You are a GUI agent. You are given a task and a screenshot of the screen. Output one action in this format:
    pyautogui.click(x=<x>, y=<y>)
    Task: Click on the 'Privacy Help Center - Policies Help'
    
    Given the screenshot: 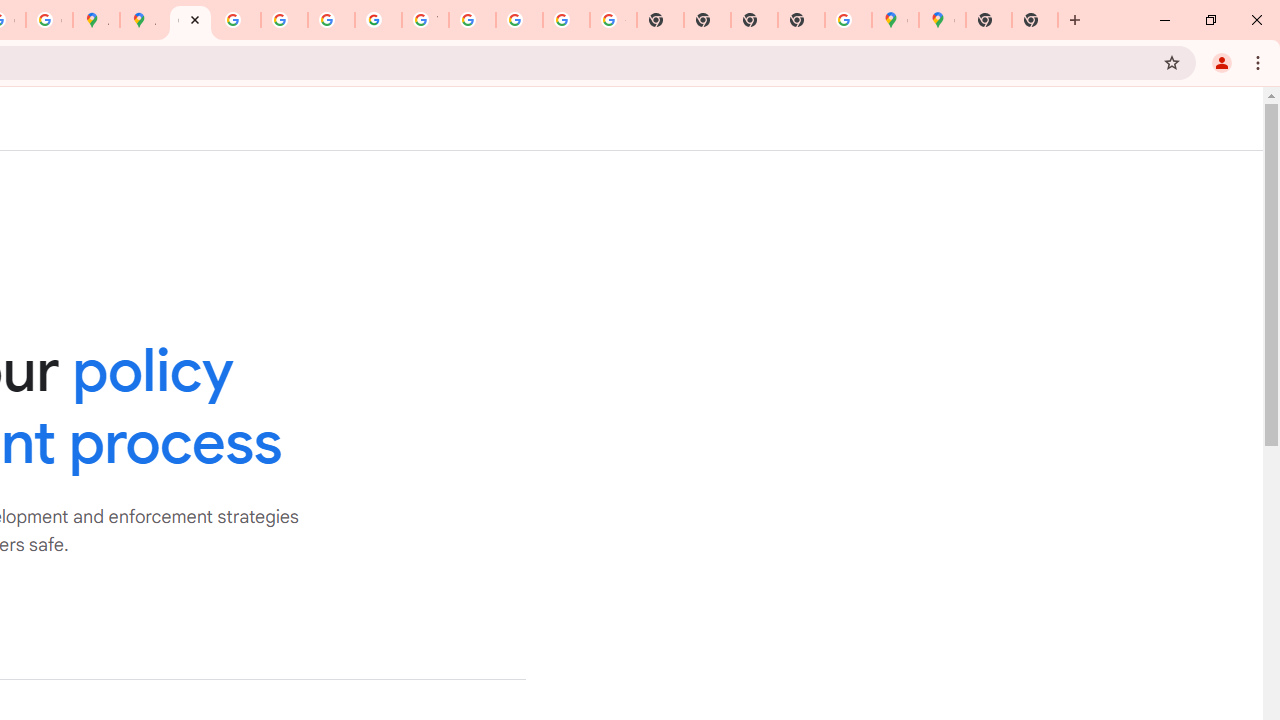 What is the action you would take?
    pyautogui.click(x=237, y=20)
    